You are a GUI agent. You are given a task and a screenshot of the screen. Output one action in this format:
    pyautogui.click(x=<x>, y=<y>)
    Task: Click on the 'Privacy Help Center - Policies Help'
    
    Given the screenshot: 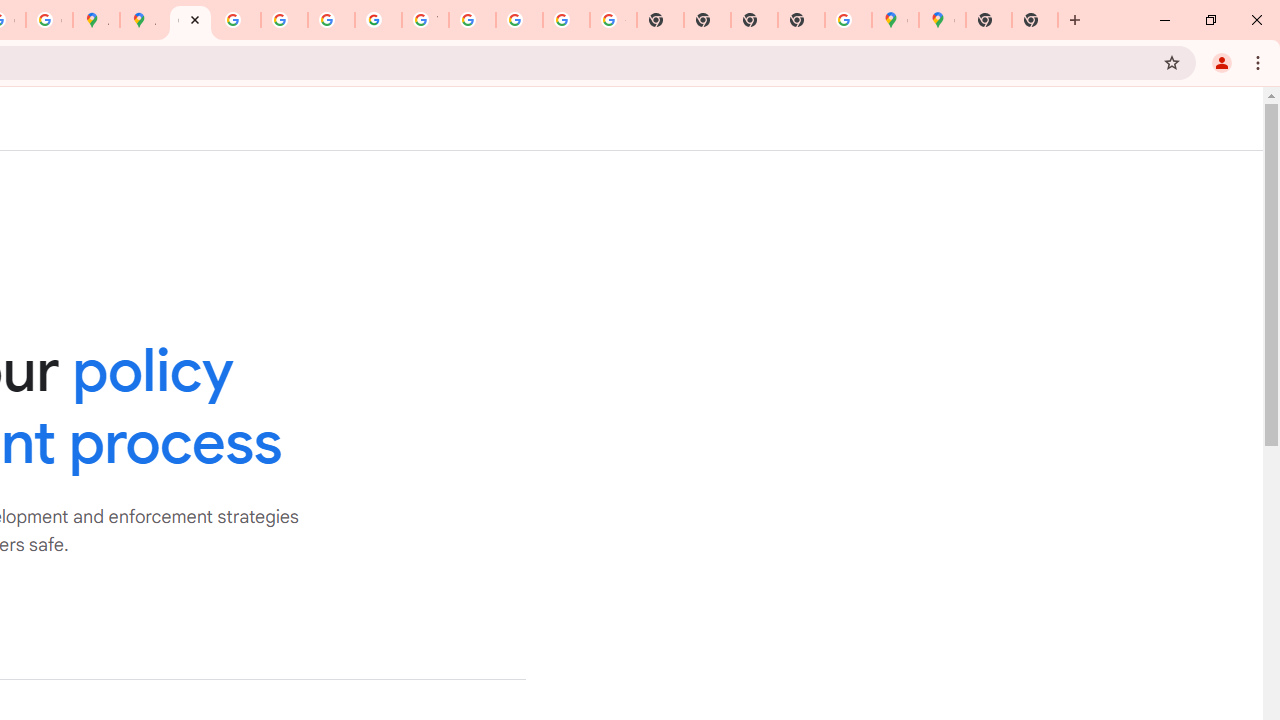 What is the action you would take?
    pyautogui.click(x=237, y=20)
    